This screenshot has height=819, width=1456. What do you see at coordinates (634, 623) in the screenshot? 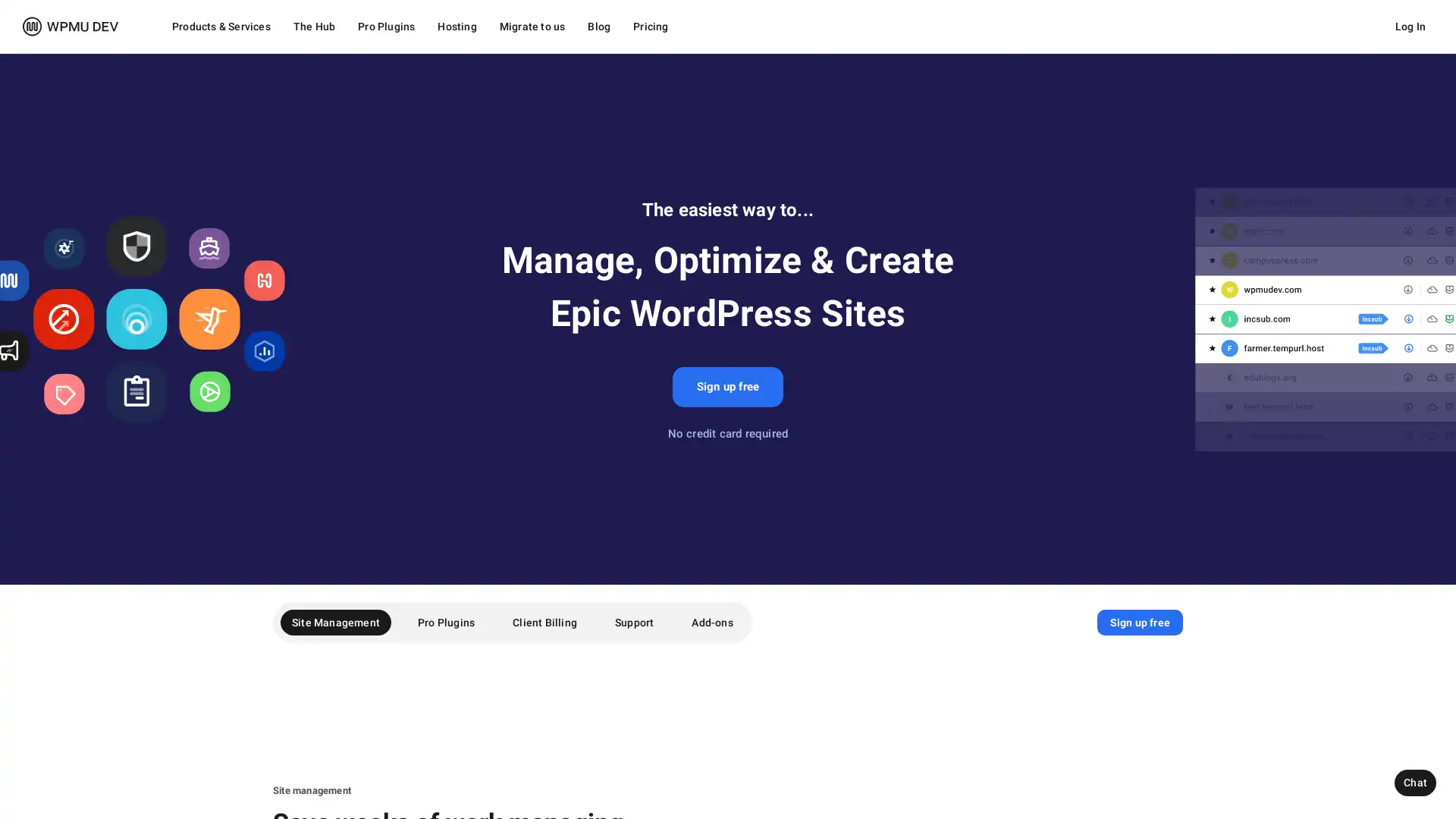
I see `Support` at bounding box center [634, 623].